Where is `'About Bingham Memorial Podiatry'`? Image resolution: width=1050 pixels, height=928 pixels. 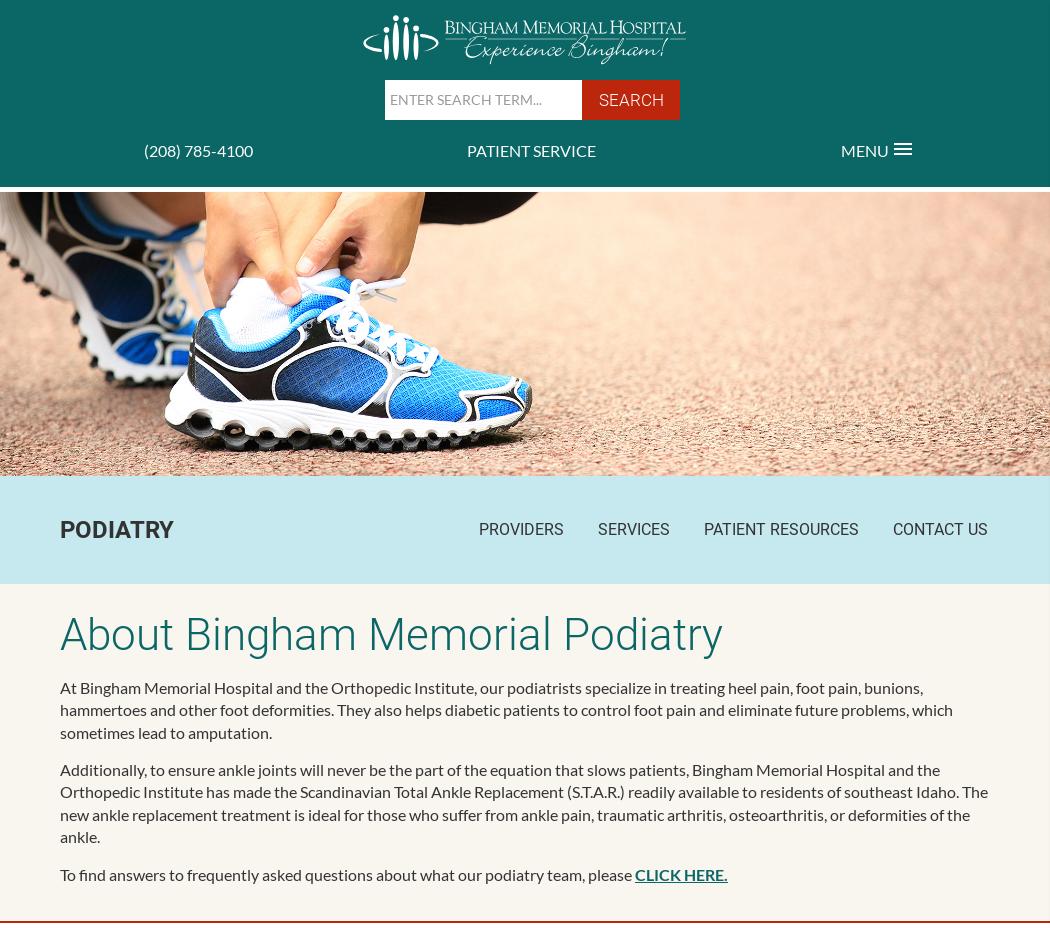
'About Bingham Memorial Podiatry' is located at coordinates (391, 635).